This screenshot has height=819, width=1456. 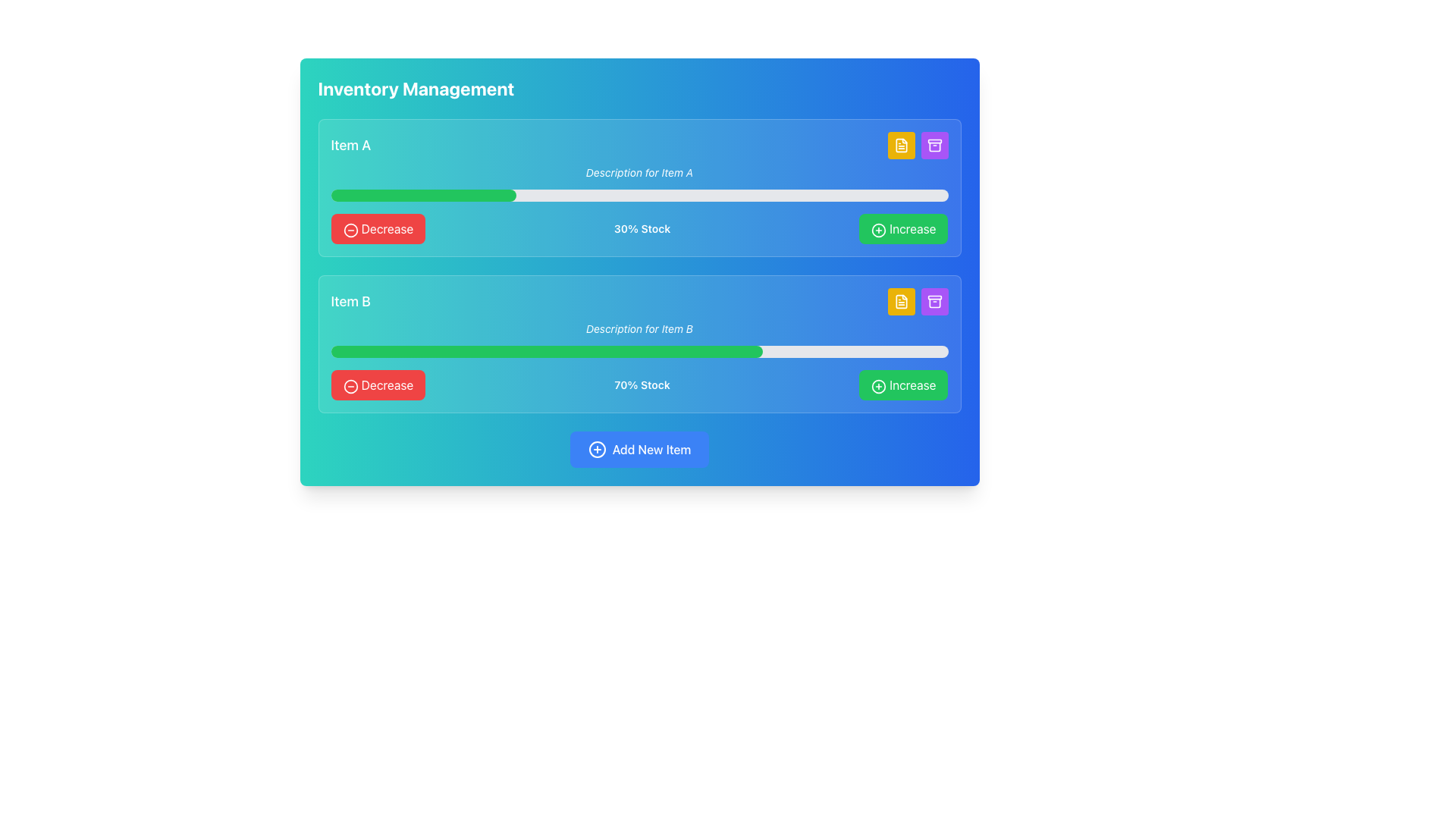 I want to click on the circular icon with a plus sign located to the left of the 'Add New Item' button, so click(x=596, y=449).